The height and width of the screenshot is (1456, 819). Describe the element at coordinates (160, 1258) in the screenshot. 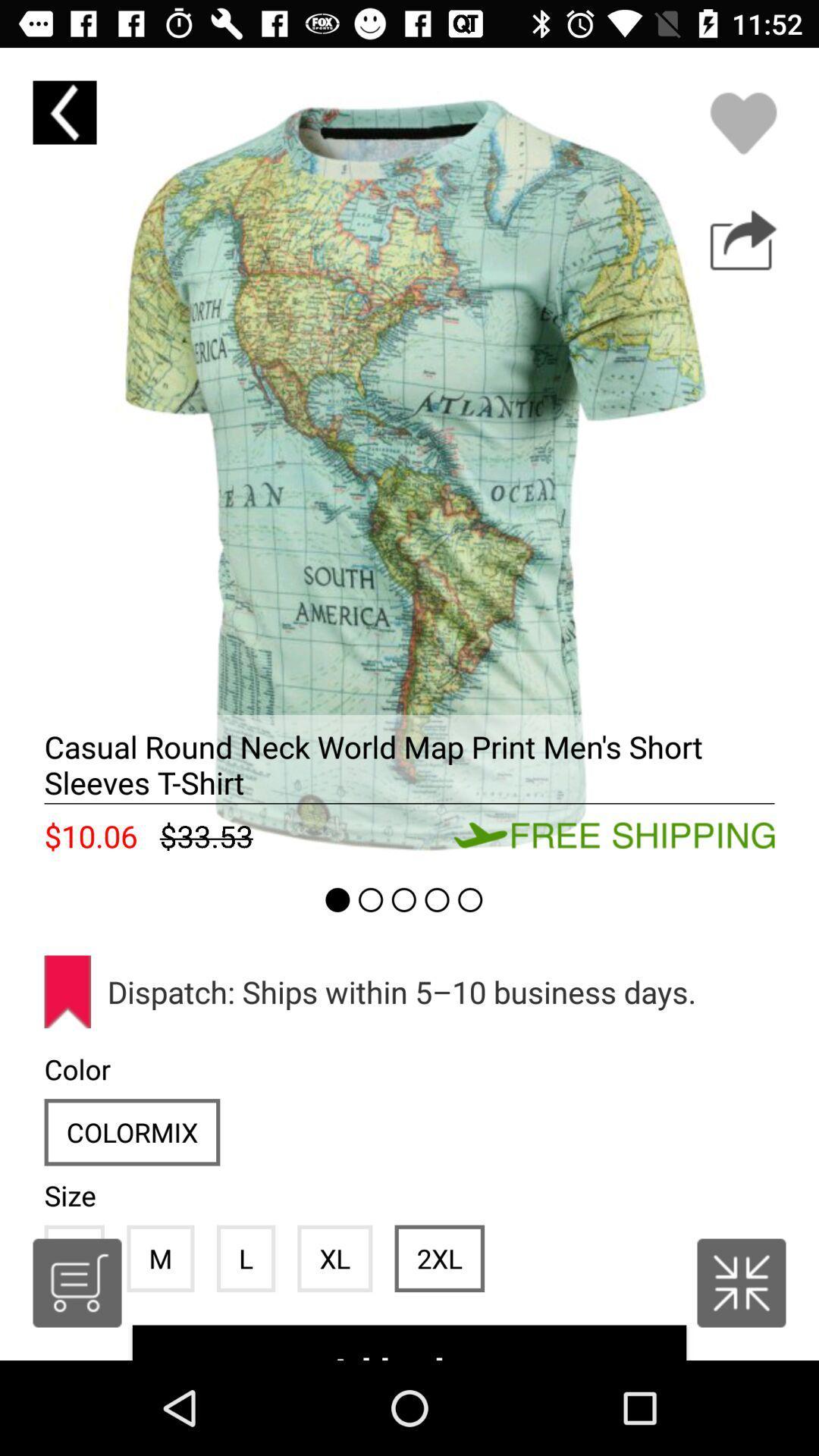

I see `the item below colormix` at that location.